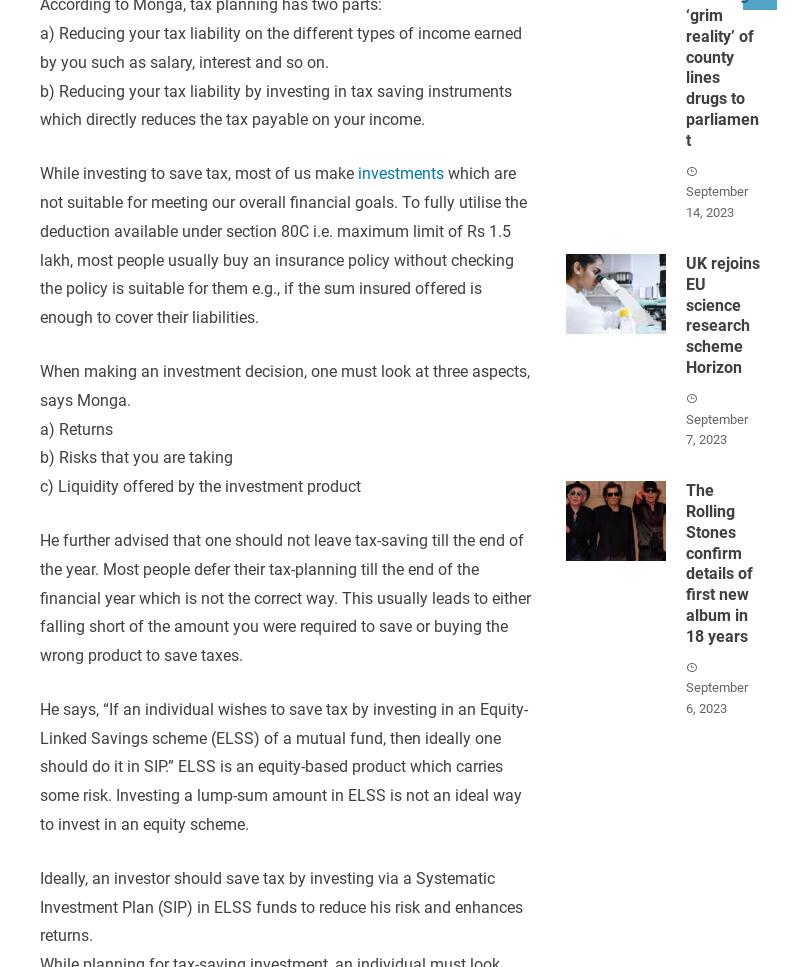  I want to click on 'The Rolling Stones confirm details of first new album in 18 years', so click(684, 561).